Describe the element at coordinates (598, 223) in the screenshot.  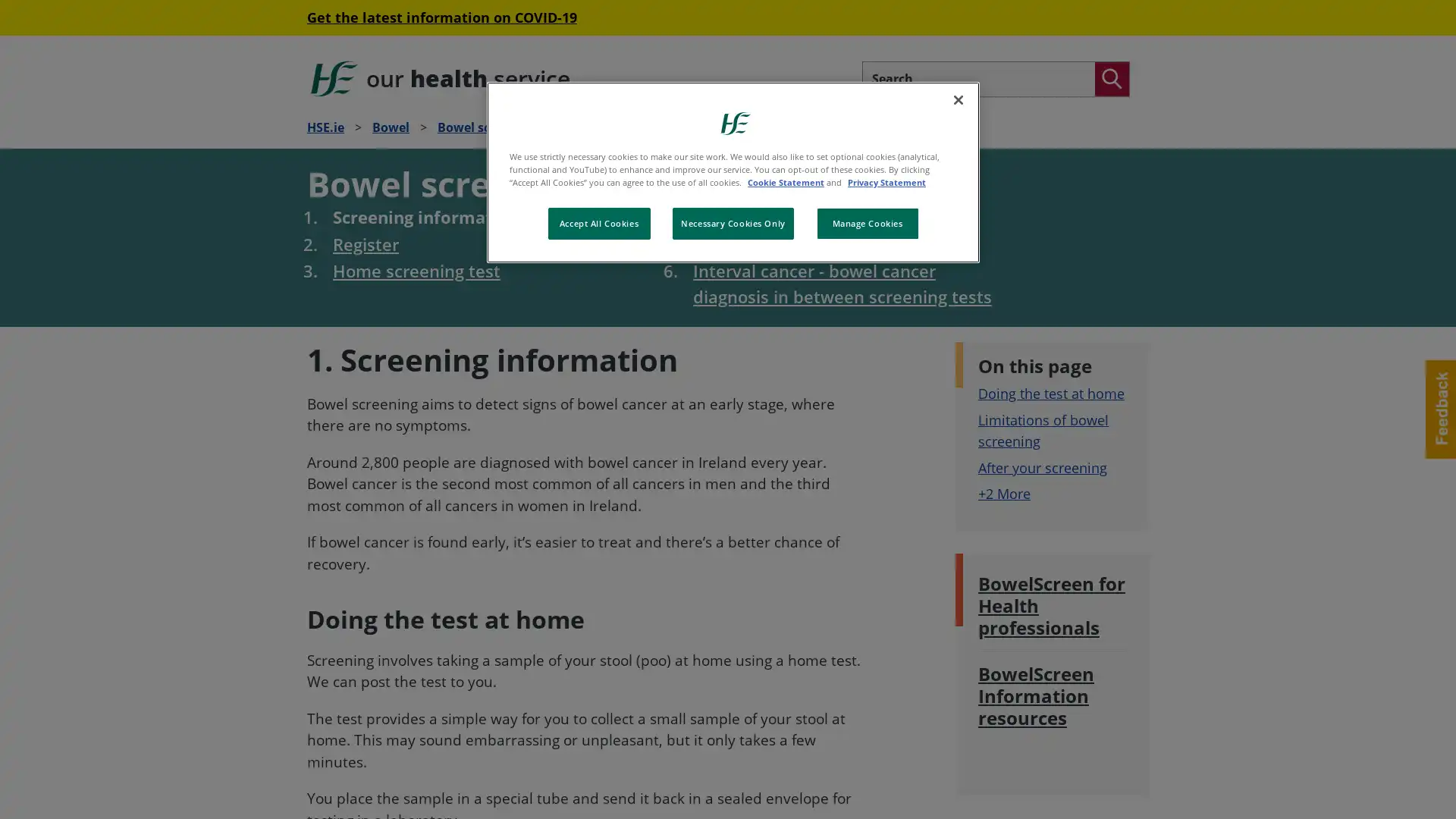
I see `Accept All Cookies` at that location.